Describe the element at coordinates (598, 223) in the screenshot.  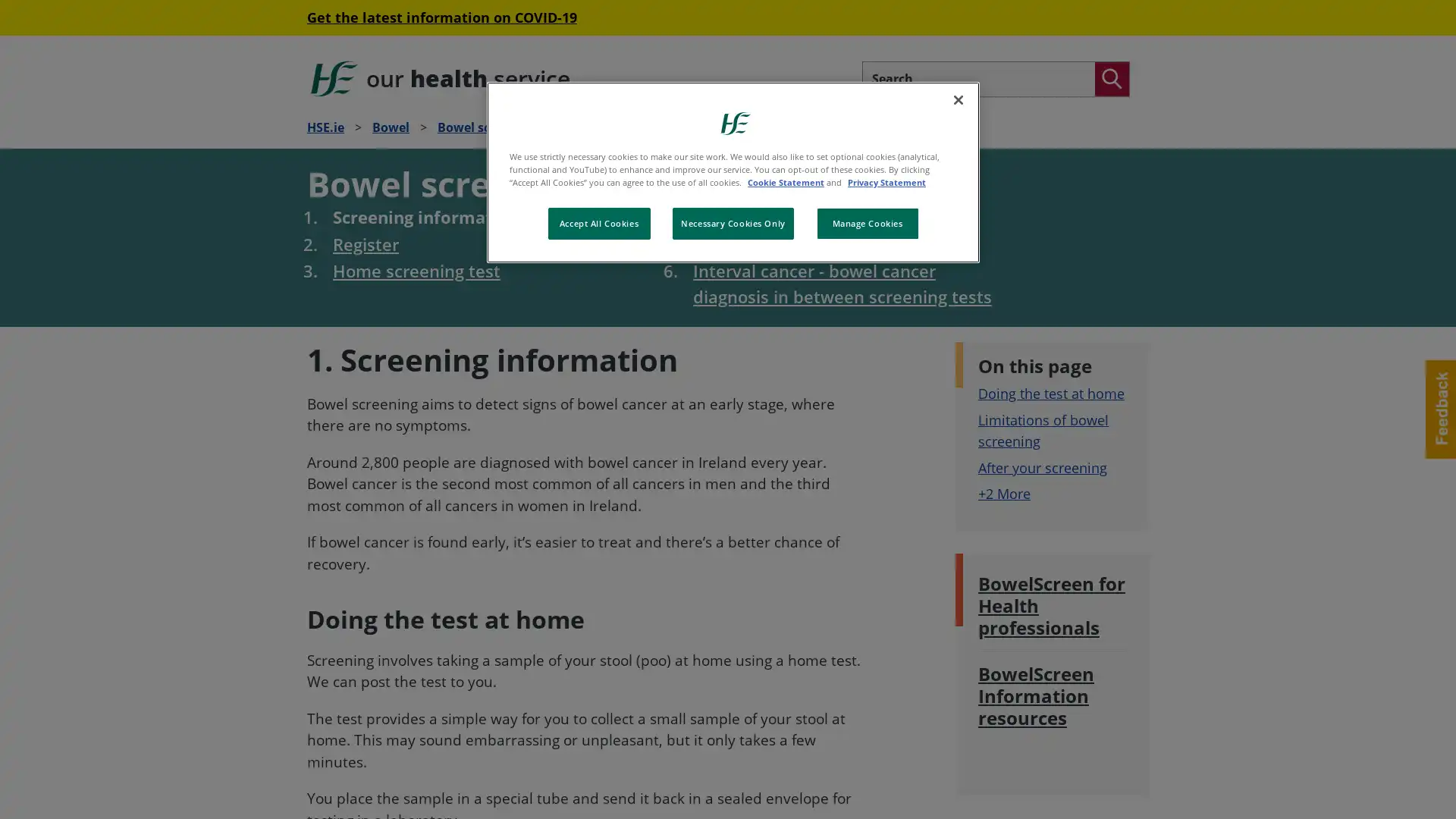
I see `Accept All Cookies` at that location.